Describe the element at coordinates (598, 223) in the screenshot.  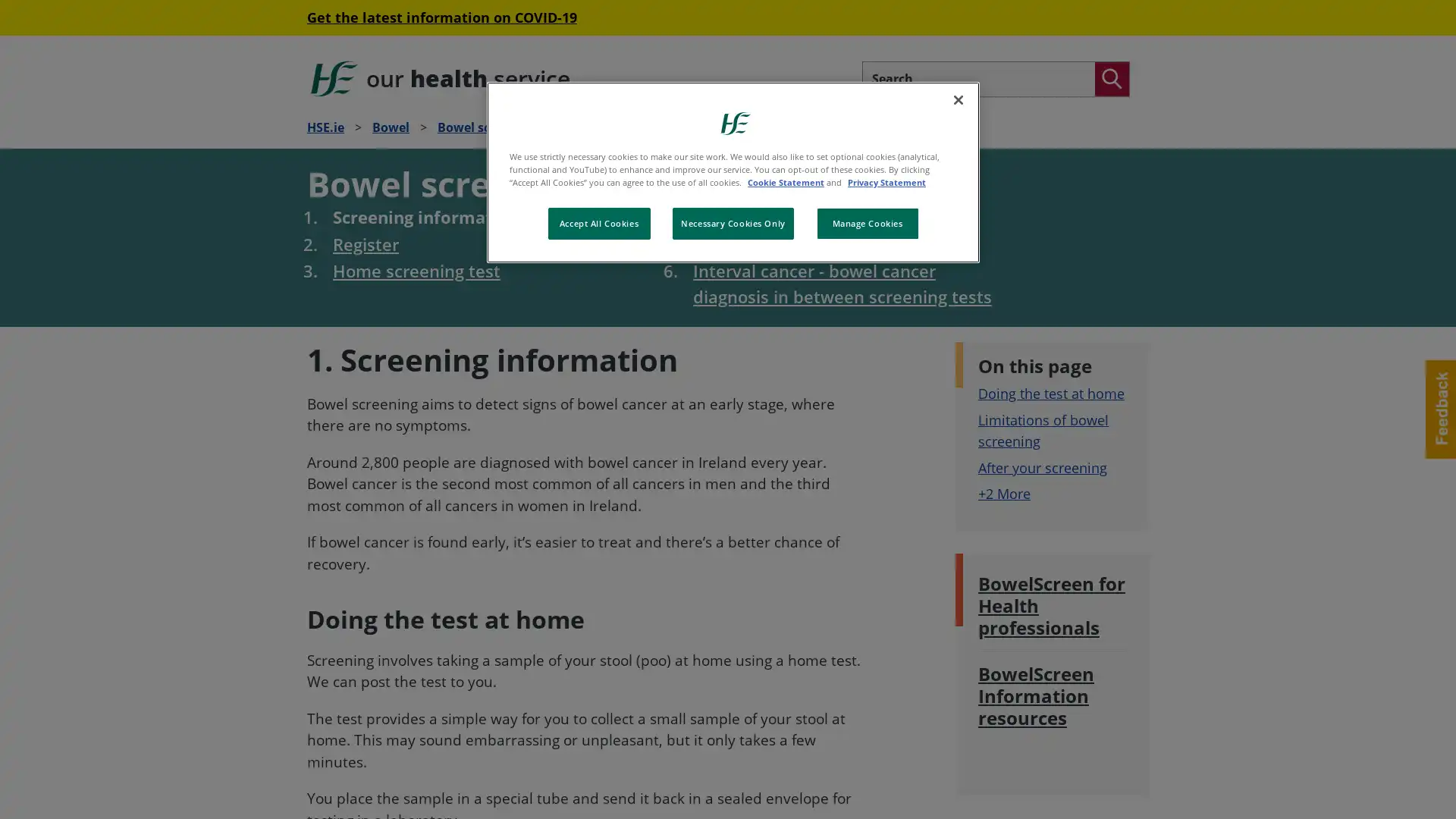
I see `Accept All Cookies` at that location.